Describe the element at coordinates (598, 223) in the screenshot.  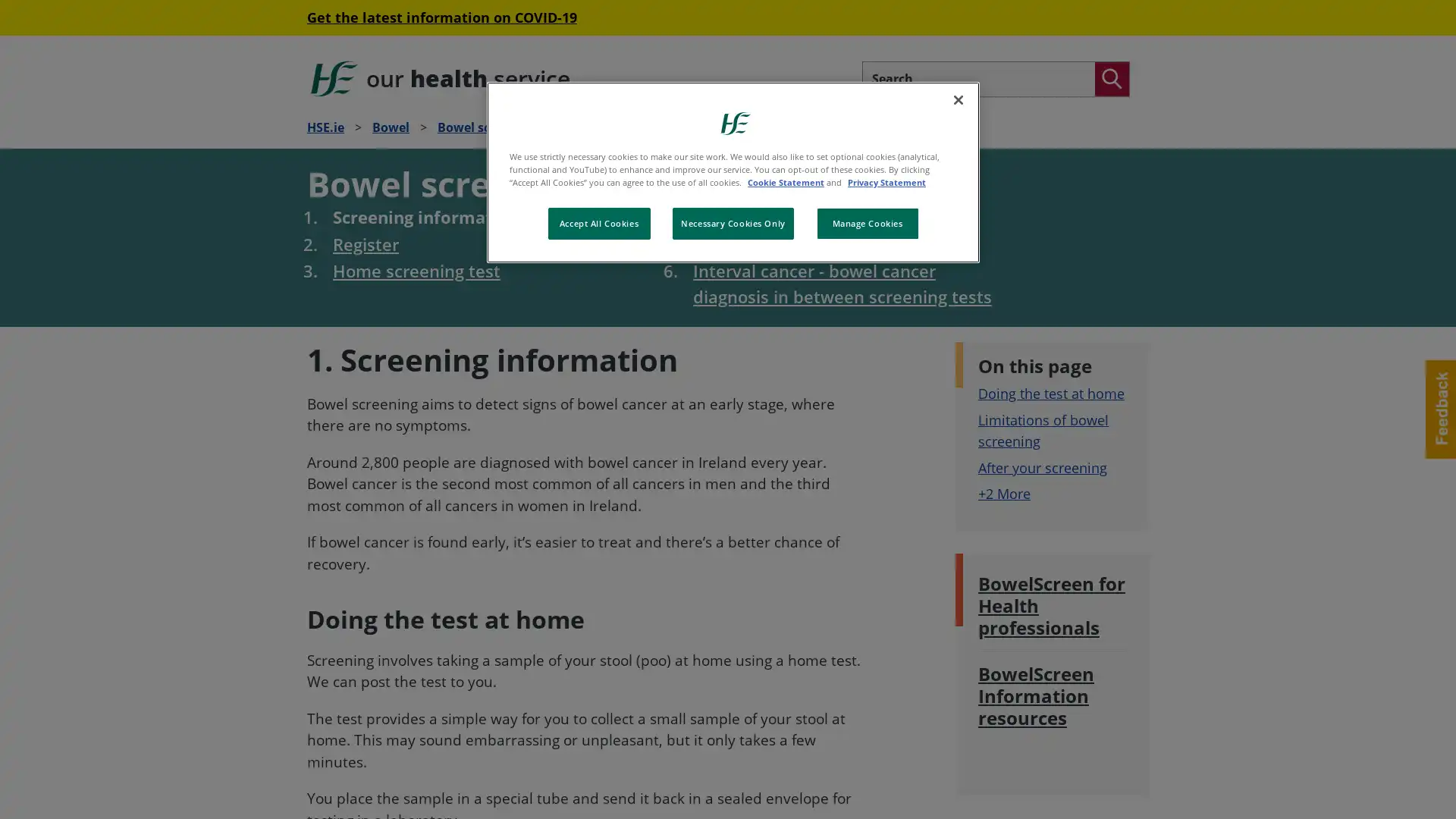
I see `Accept All Cookies` at that location.